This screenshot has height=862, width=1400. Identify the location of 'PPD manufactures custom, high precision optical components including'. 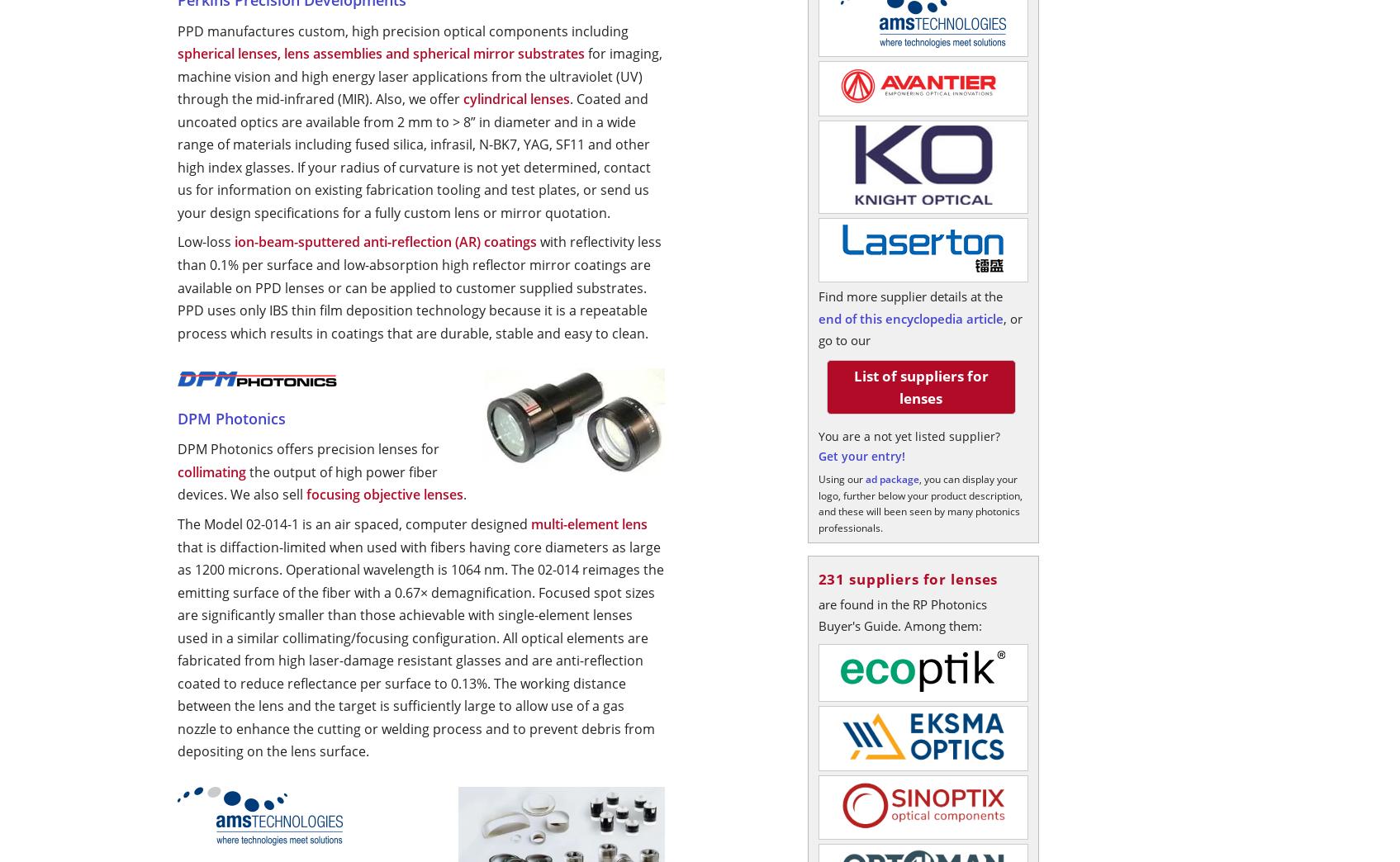
(401, 29).